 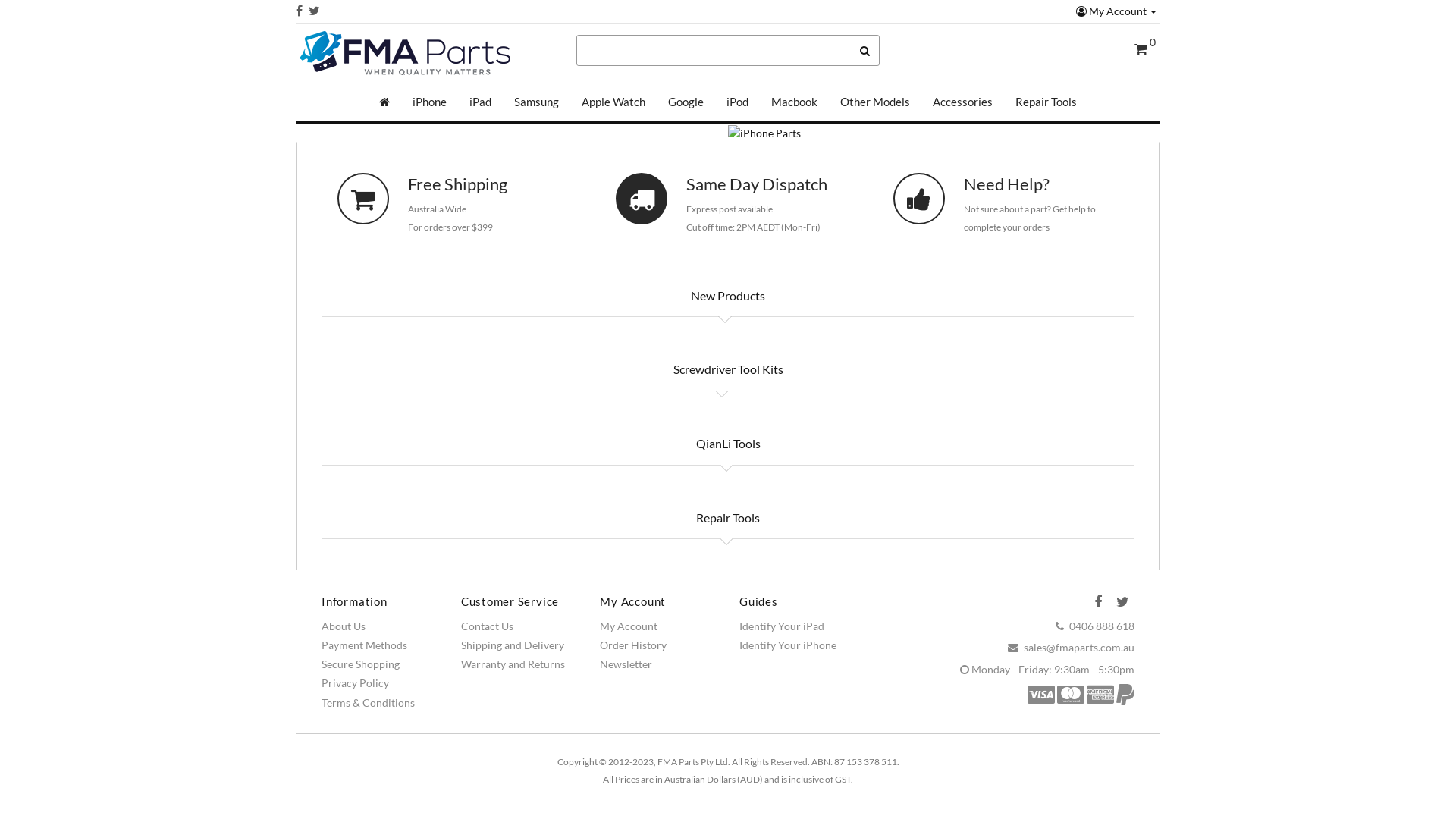 I want to click on 'Identify Your iPad', so click(x=782, y=626).